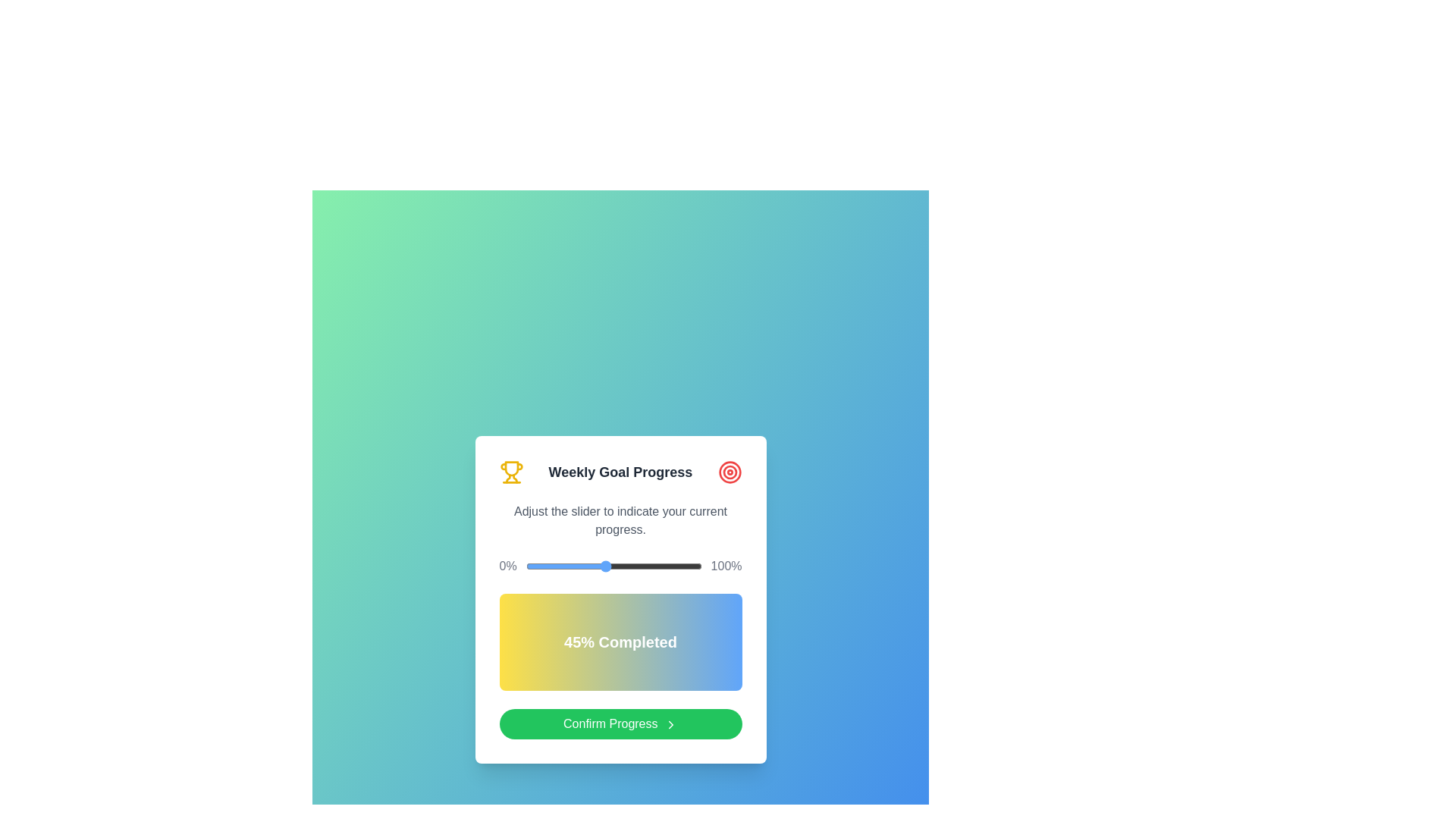 This screenshot has height=819, width=1456. Describe the element at coordinates (579, 566) in the screenshot. I see `the progress slider to set the progress to 31%` at that location.